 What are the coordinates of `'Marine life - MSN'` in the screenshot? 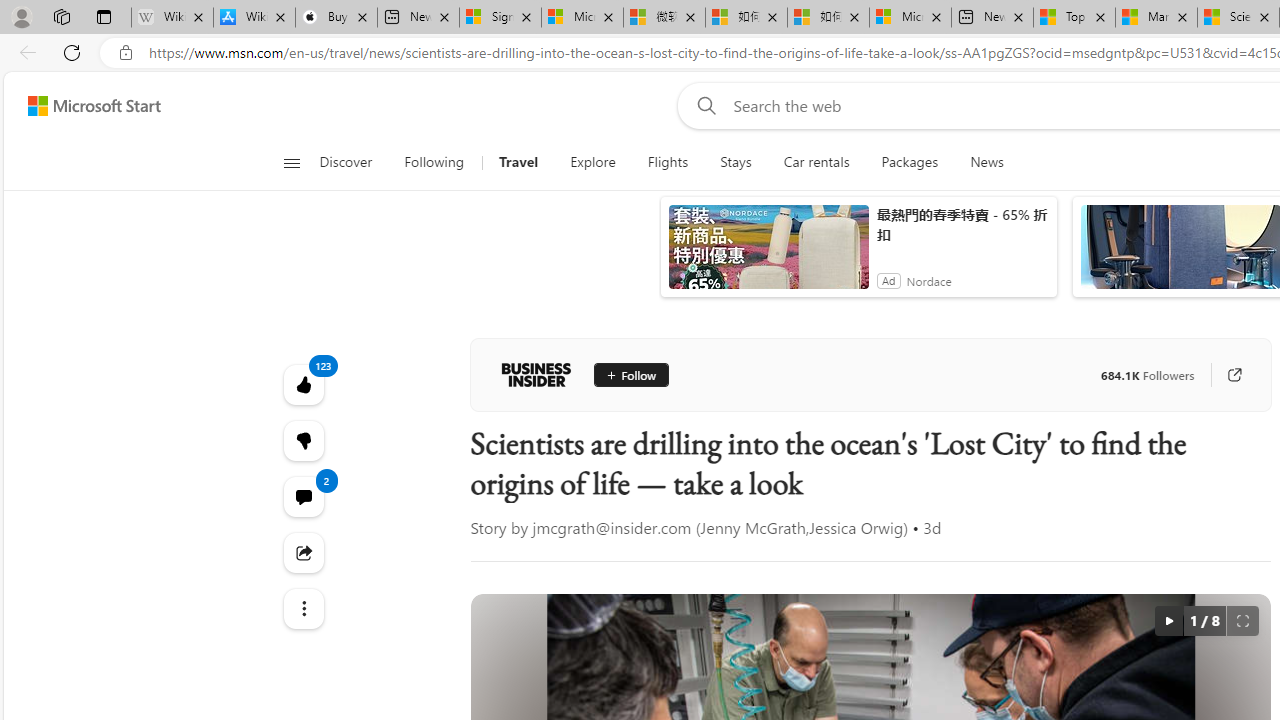 It's located at (1156, 17).